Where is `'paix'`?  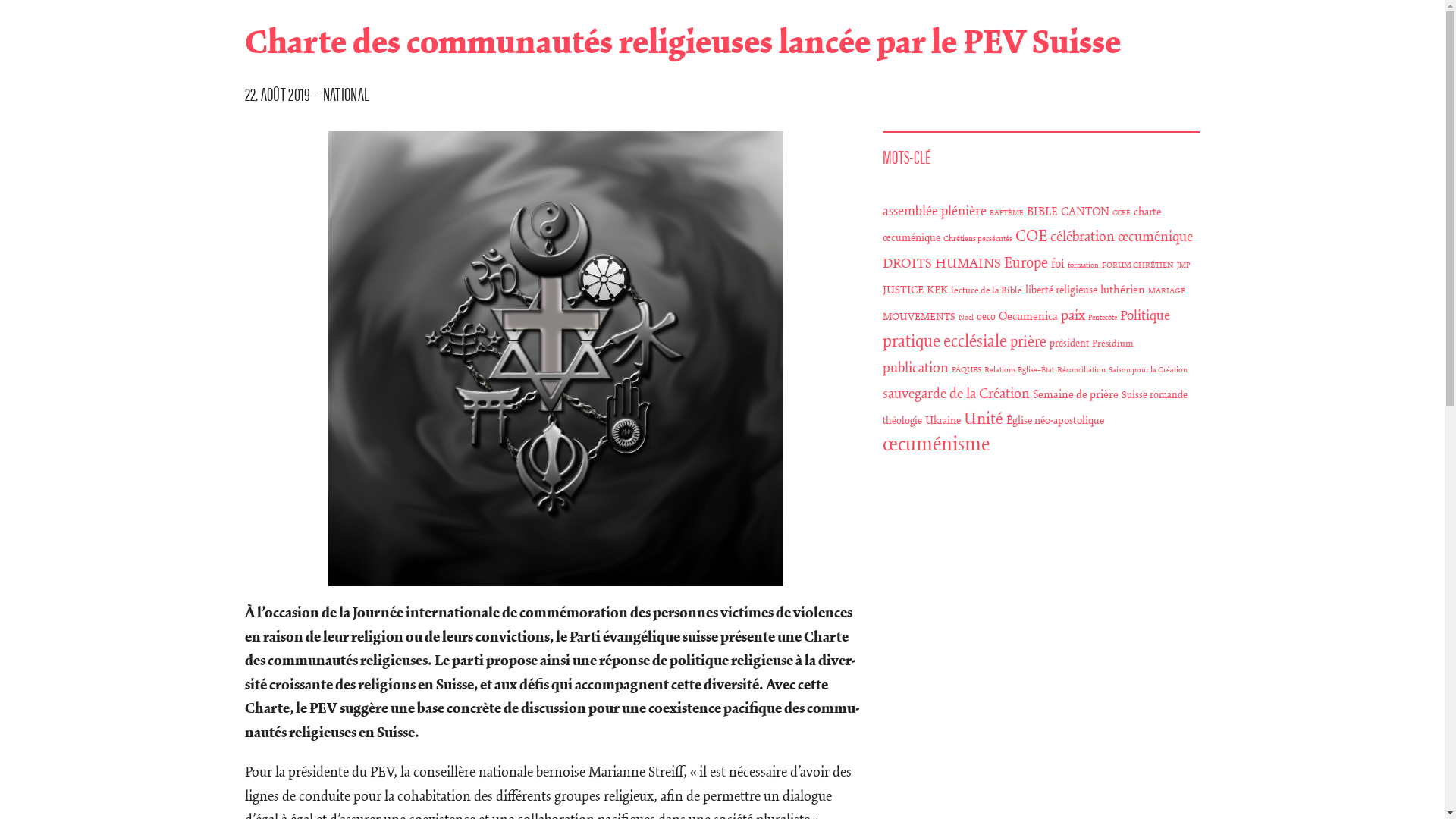 'paix' is located at coordinates (1059, 315).